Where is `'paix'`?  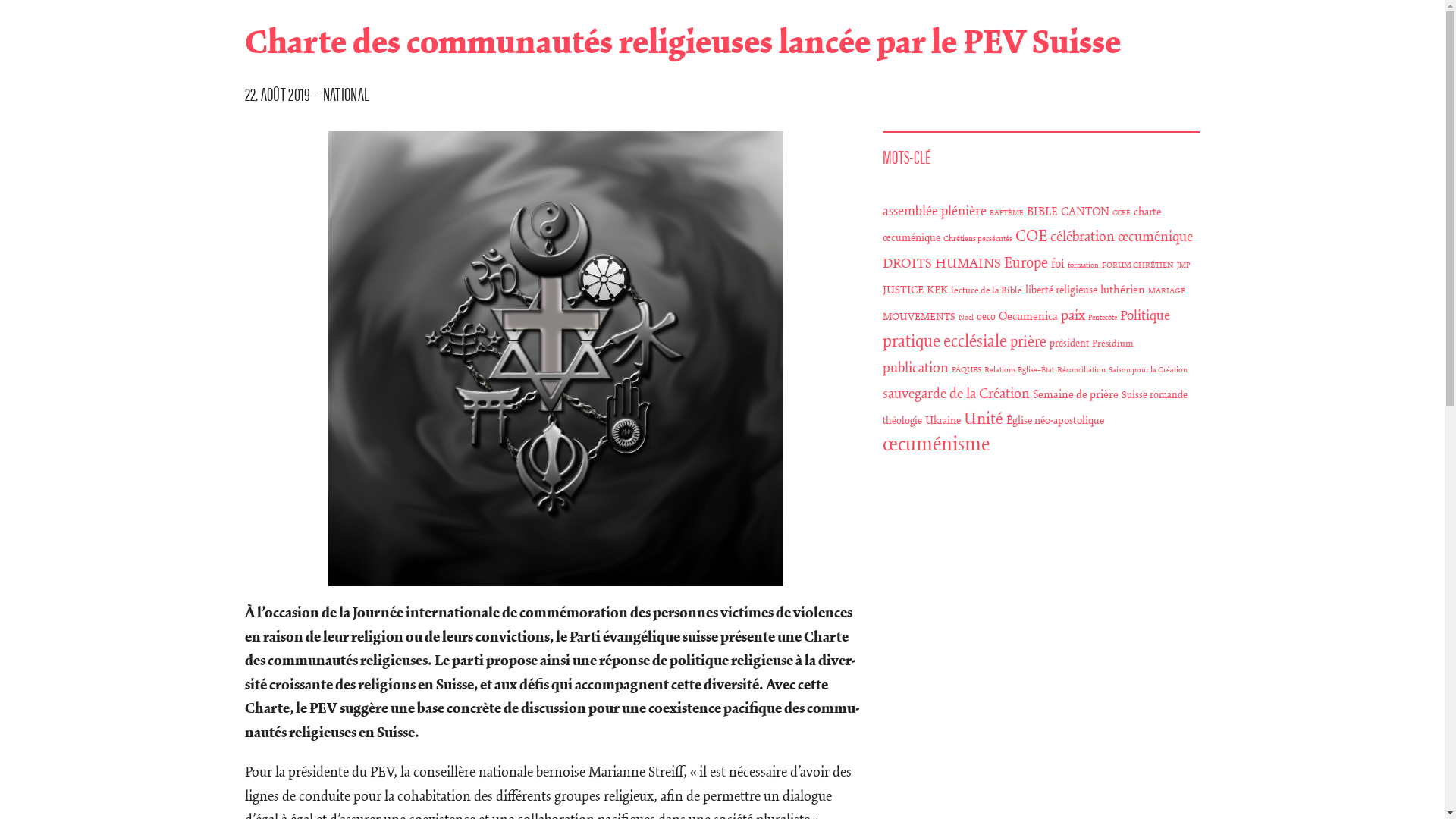 'paix' is located at coordinates (1059, 315).